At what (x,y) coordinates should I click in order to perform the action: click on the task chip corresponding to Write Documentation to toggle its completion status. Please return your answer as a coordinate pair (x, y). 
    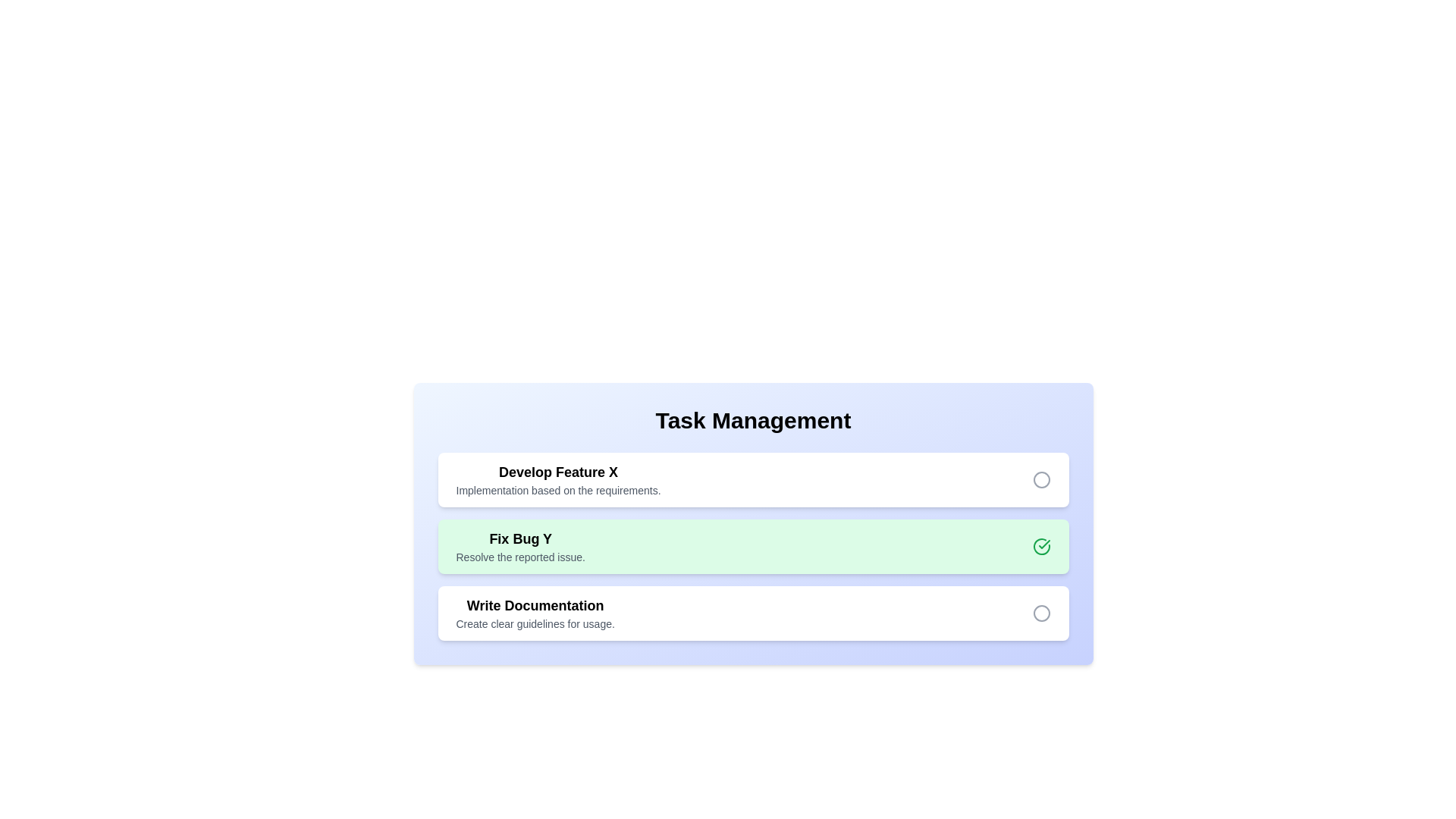
    Looking at the image, I should click on (535, 613).